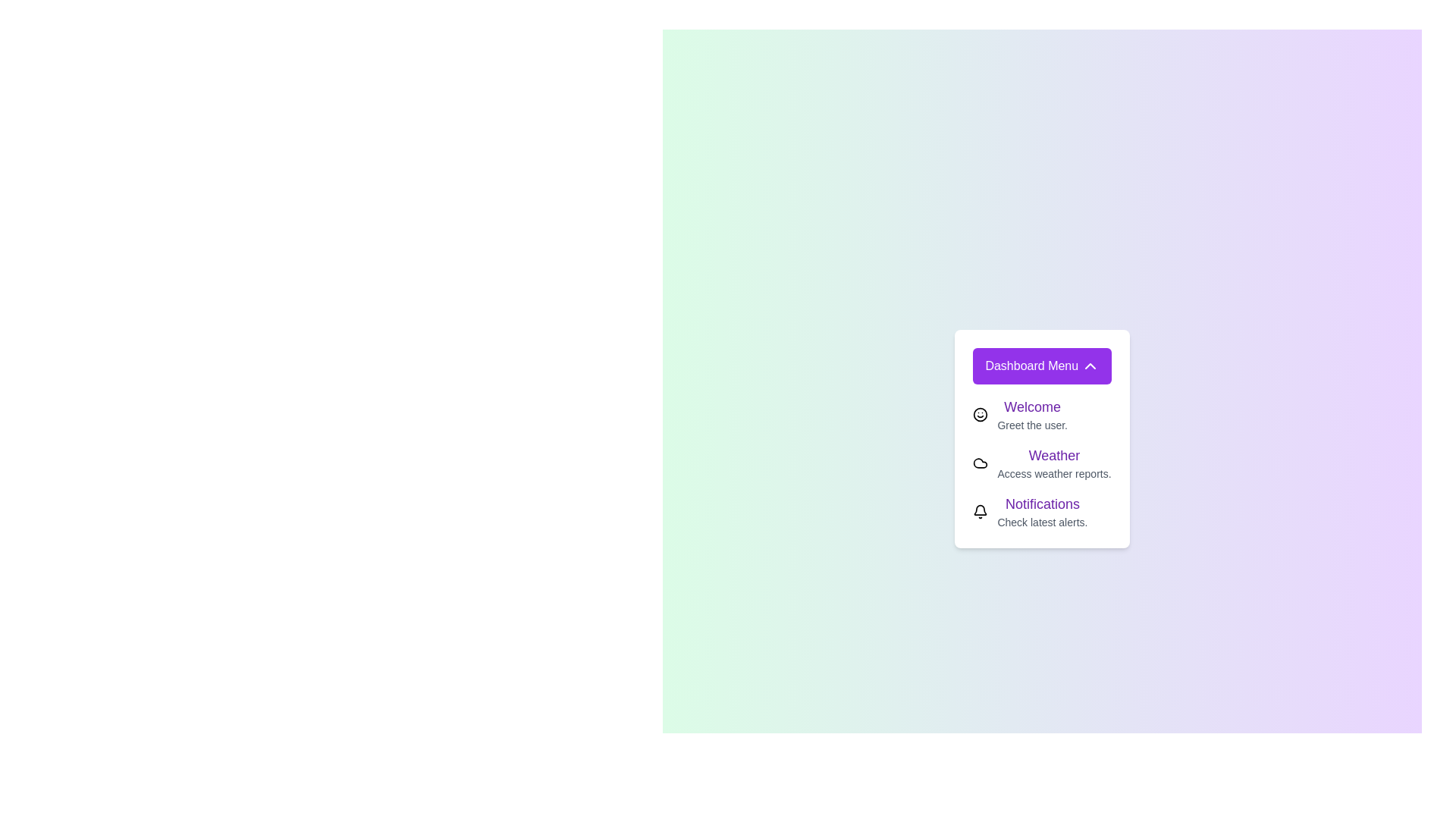  What do you see at coordinates (981, 512) in the screenshot?
I see `the element Notifications to display its tooltip` at bounding box center [981, 512].